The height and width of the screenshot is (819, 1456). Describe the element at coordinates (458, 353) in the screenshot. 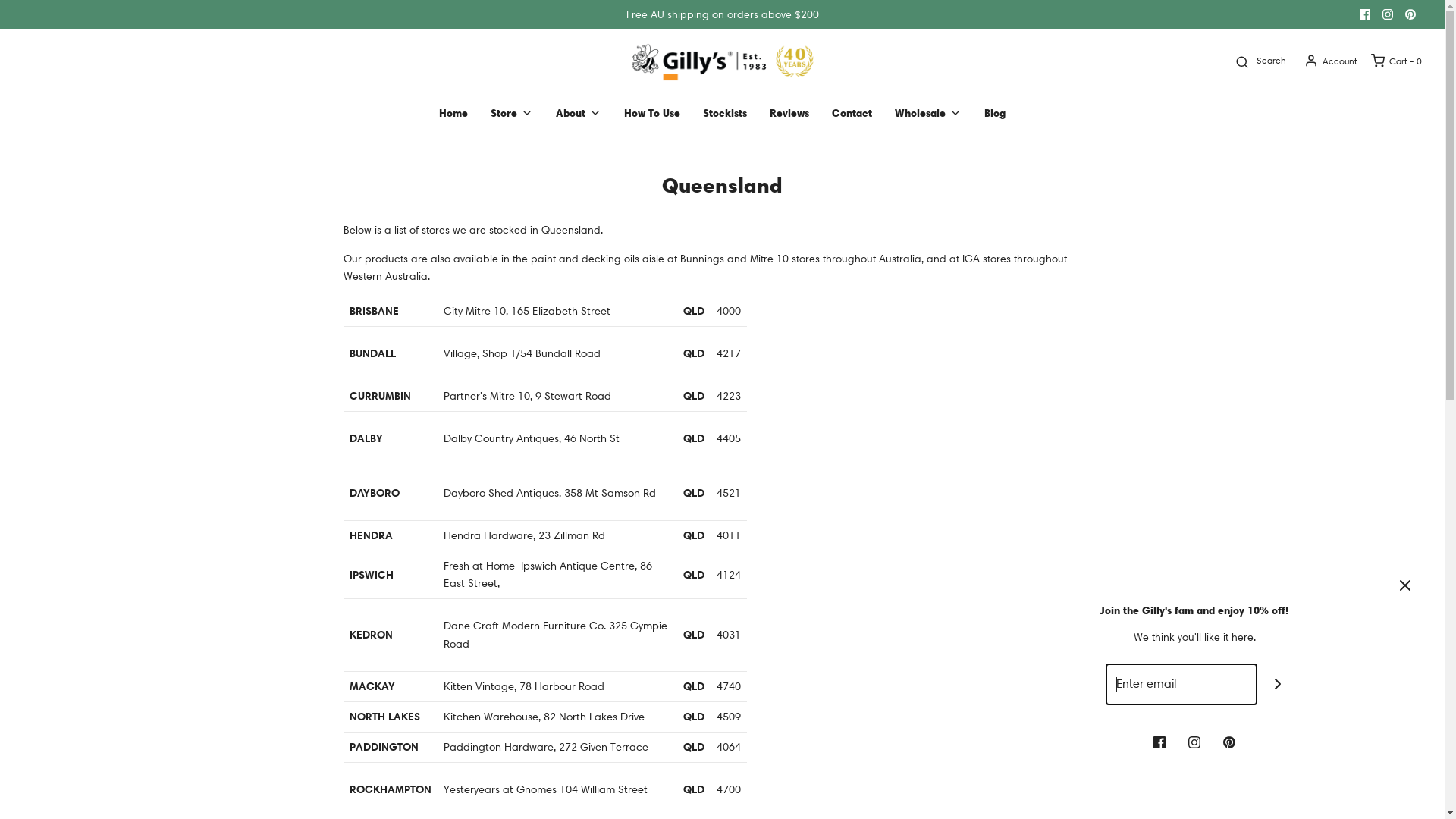

I see `'Village'` at that location.